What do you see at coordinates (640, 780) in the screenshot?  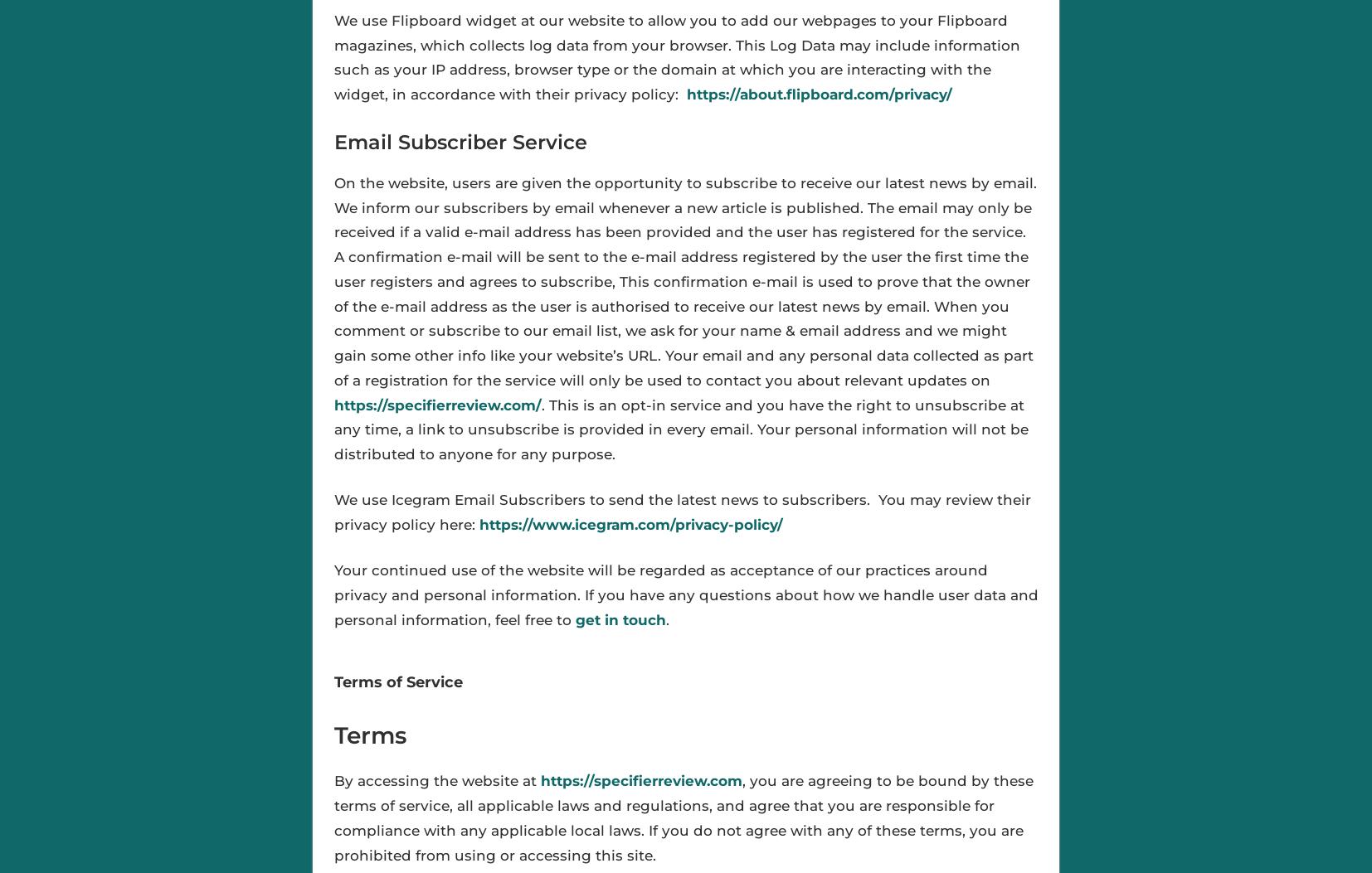 I see `'https://specifierreview.com'` at bounding box center [640, 780].